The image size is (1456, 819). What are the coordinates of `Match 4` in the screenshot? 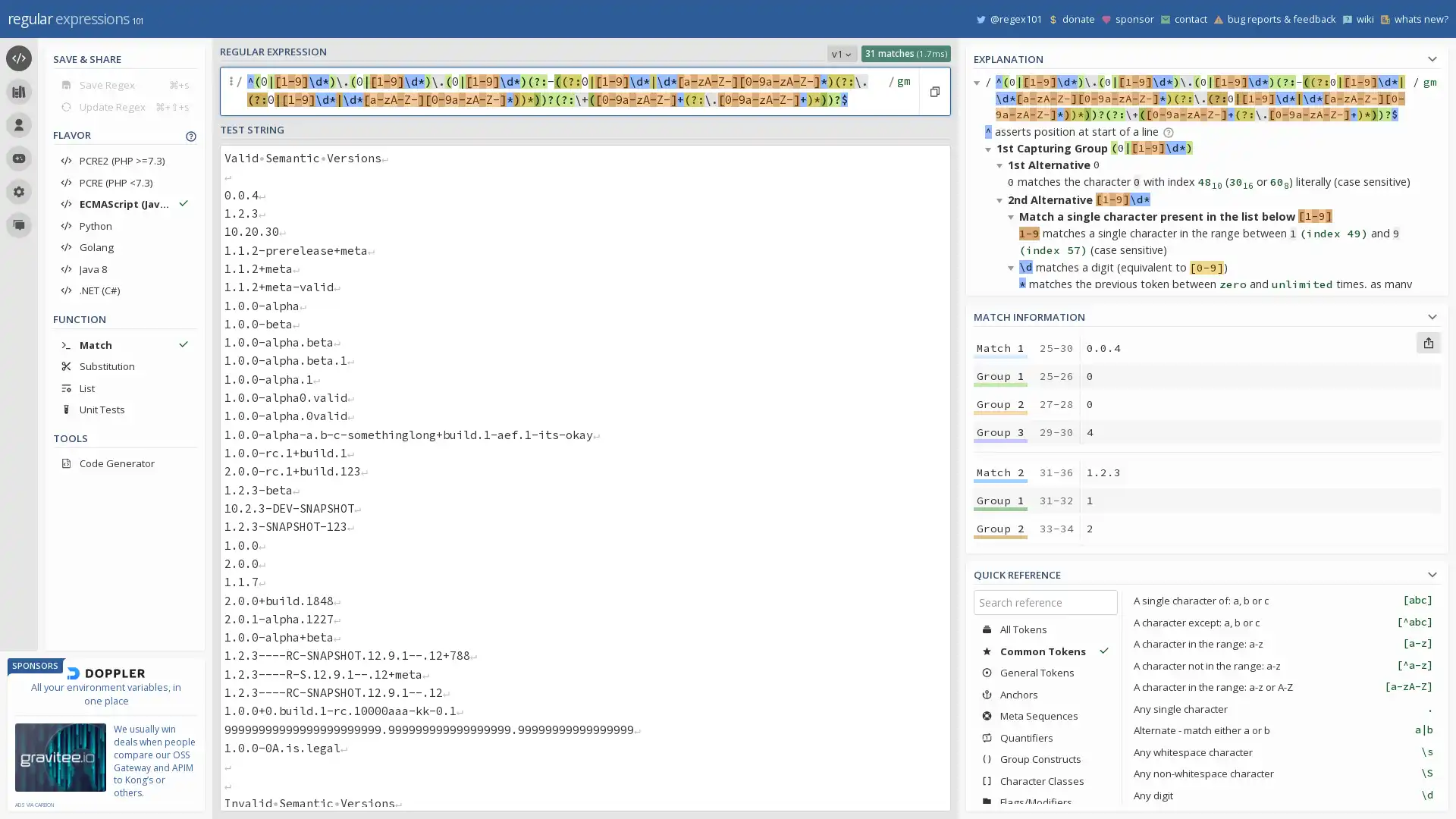 It's located at (1000, 720).